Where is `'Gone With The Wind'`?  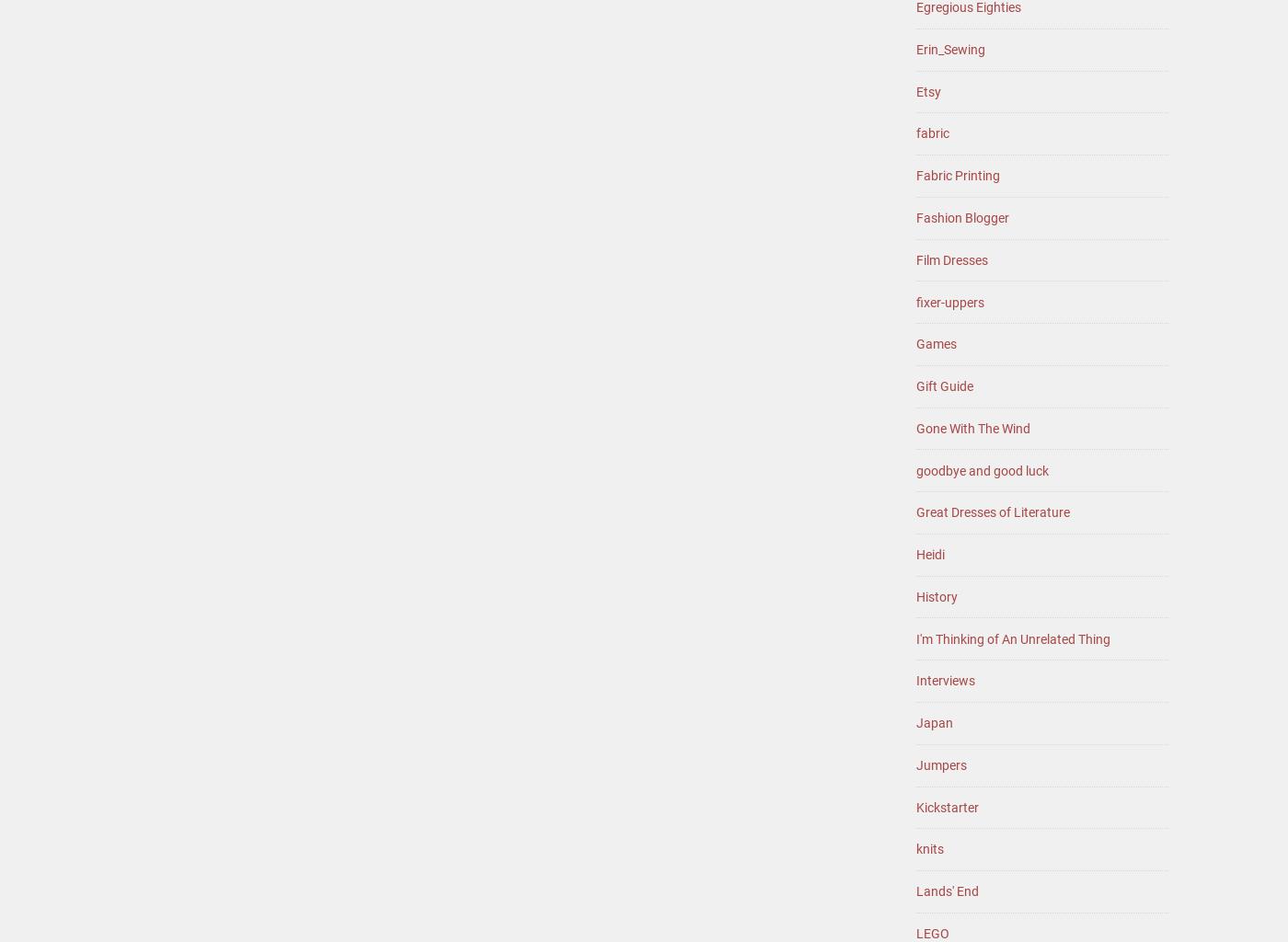
'Gone With The Wind' is located at coordinates (972, 427).